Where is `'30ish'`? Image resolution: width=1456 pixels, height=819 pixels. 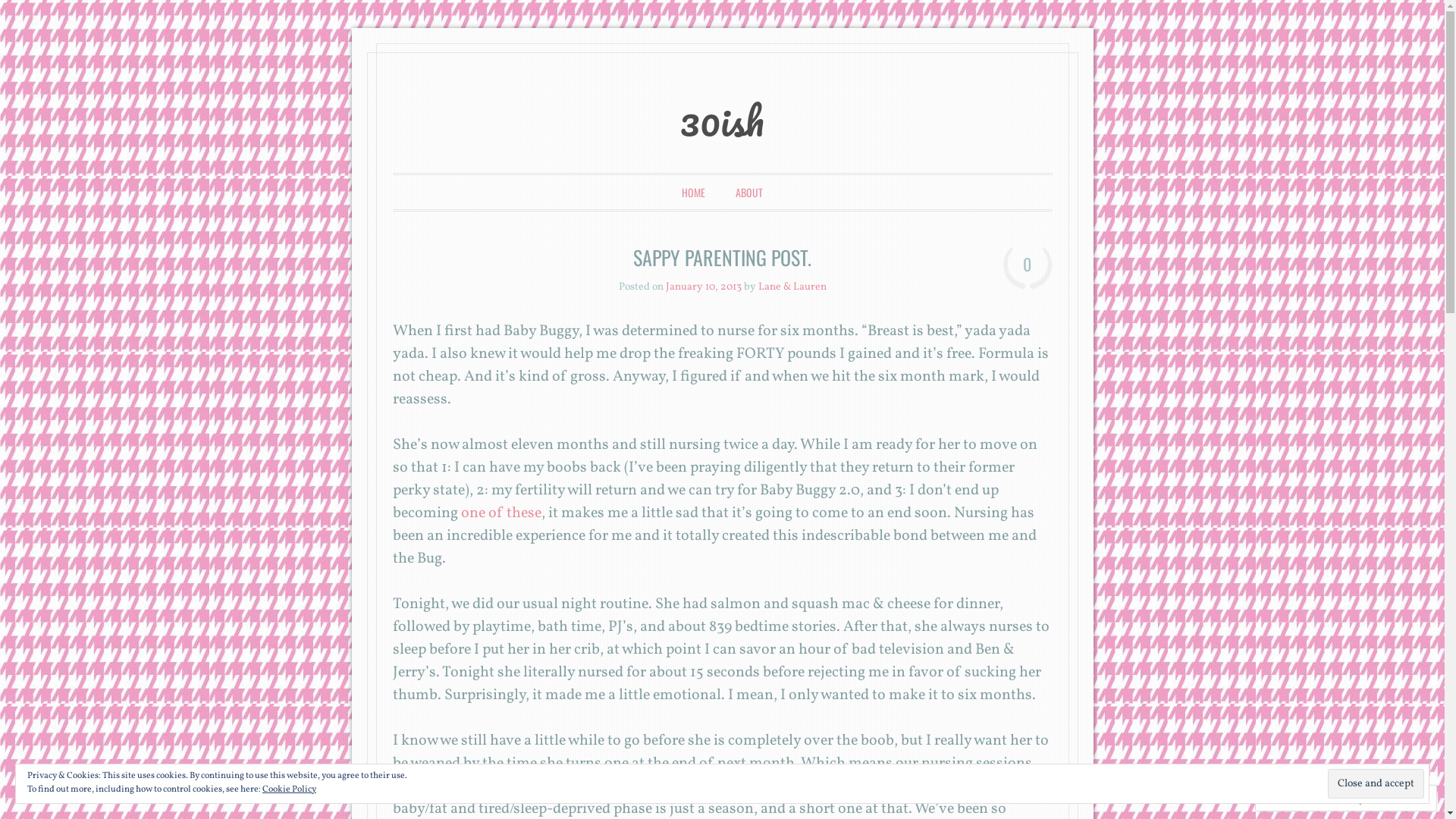
'30ish' is located at coordinates (721, 119).